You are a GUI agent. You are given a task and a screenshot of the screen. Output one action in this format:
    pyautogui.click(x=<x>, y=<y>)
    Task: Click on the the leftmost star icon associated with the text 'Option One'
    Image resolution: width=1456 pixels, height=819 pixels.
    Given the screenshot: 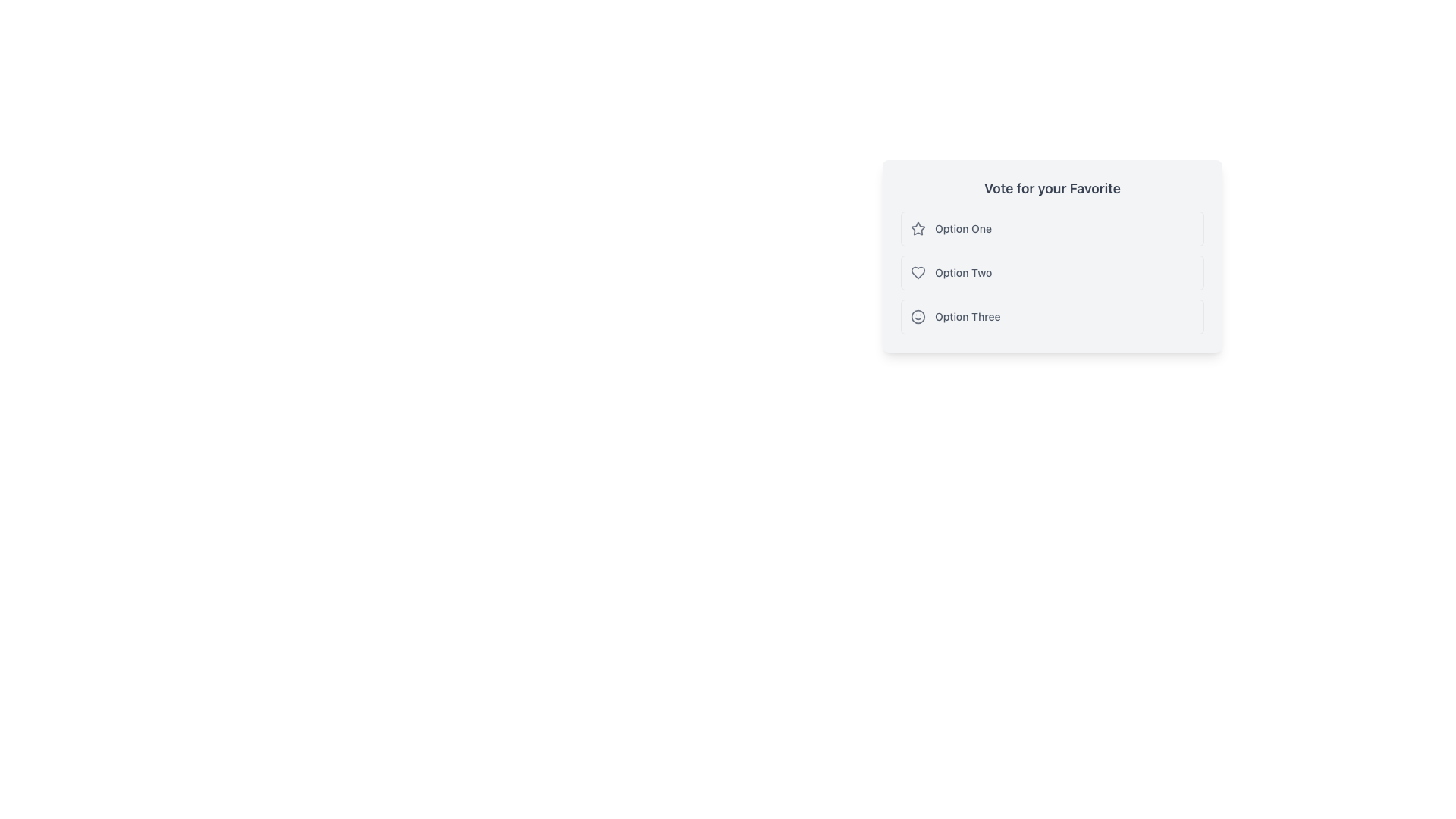 What is the action you would take?
    pyautogui.click(x=917, y=228)
    